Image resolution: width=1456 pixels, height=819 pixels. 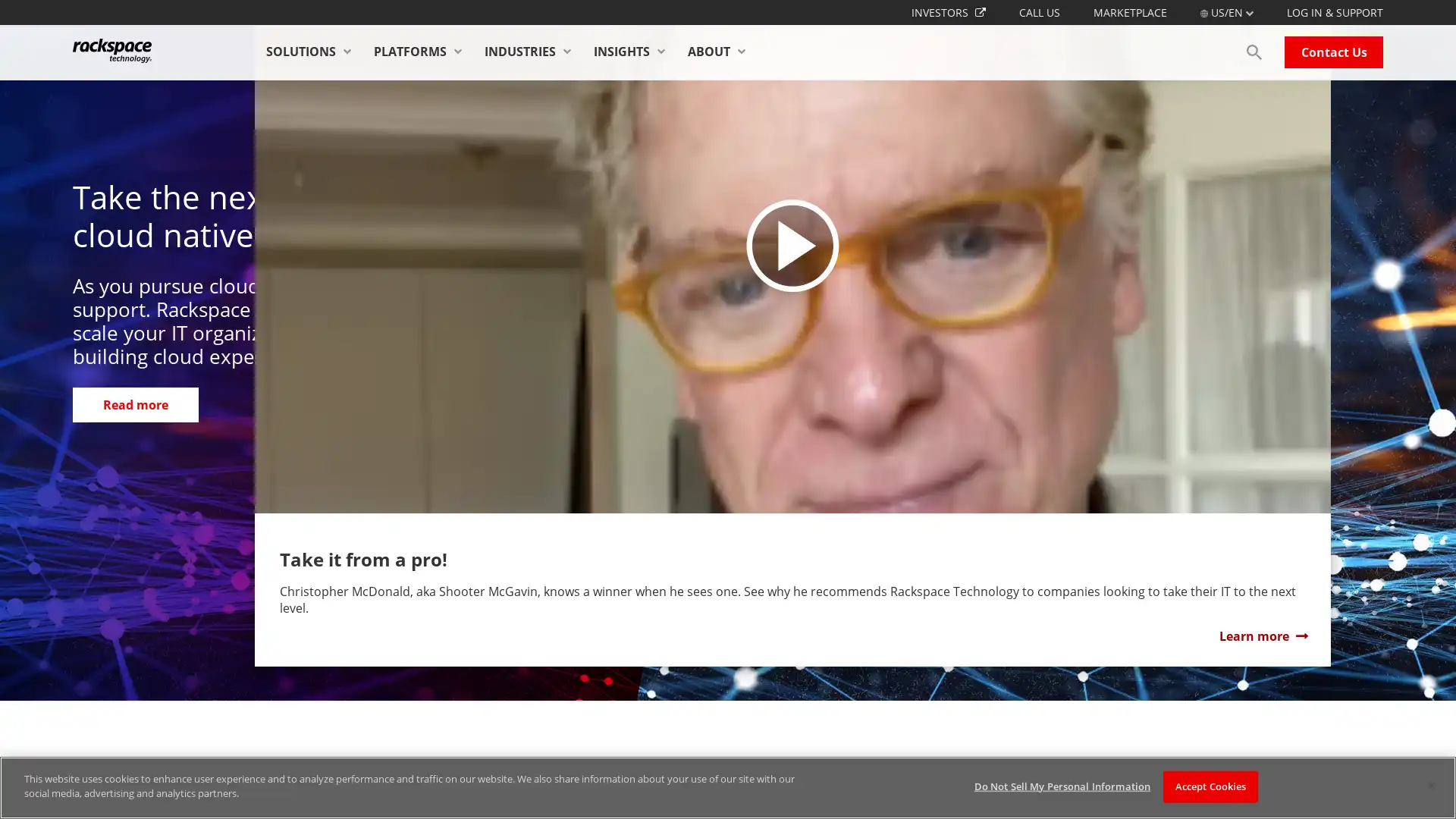 I want to click on Do Not Sell My Personal Information, so click(x=1061, y=786).